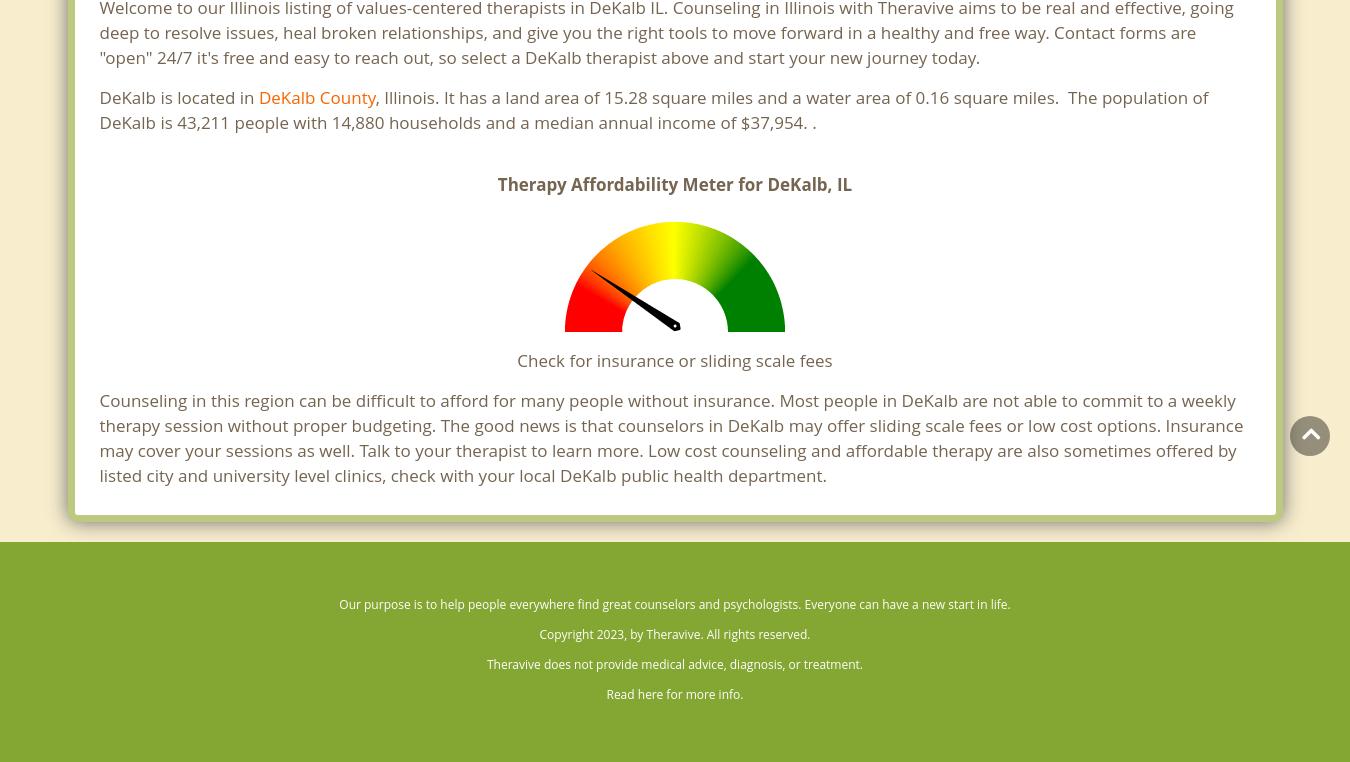 Image resolution: width=1350 pixels, height=762 pixels. Describe the element at coordinates (674, 663) in the screenshot. I see `'Theravive does not provide medical advice, diagnosis, or treatment.'` at that location.